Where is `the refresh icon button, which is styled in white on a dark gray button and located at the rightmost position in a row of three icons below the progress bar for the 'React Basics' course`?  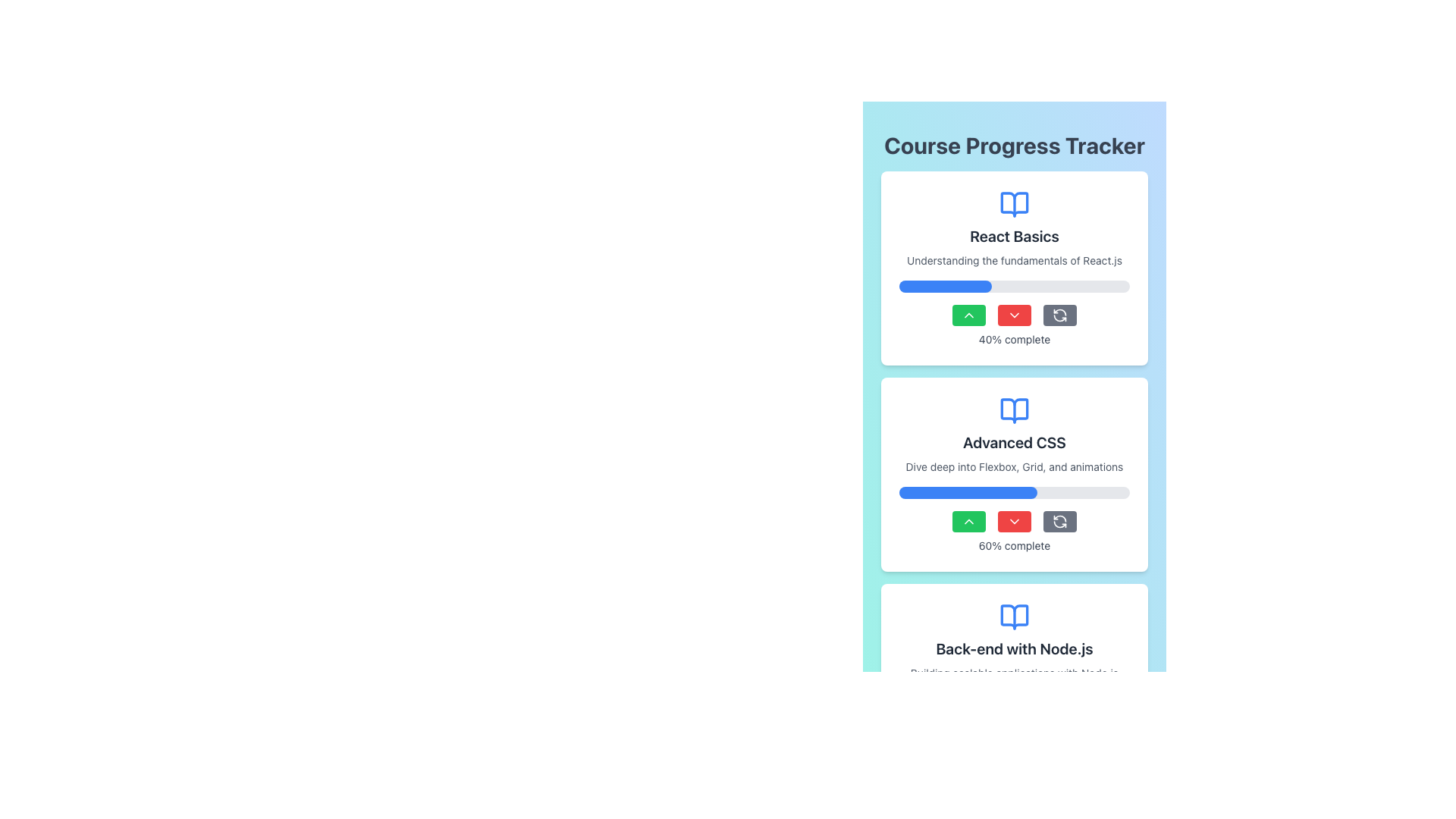
the refresh icon button, which is styled in white on a dark gray button and located at the rightmost position in a row of three icons below the progress bar for the 'React Basics' course is located at coordinates (1059, 520).